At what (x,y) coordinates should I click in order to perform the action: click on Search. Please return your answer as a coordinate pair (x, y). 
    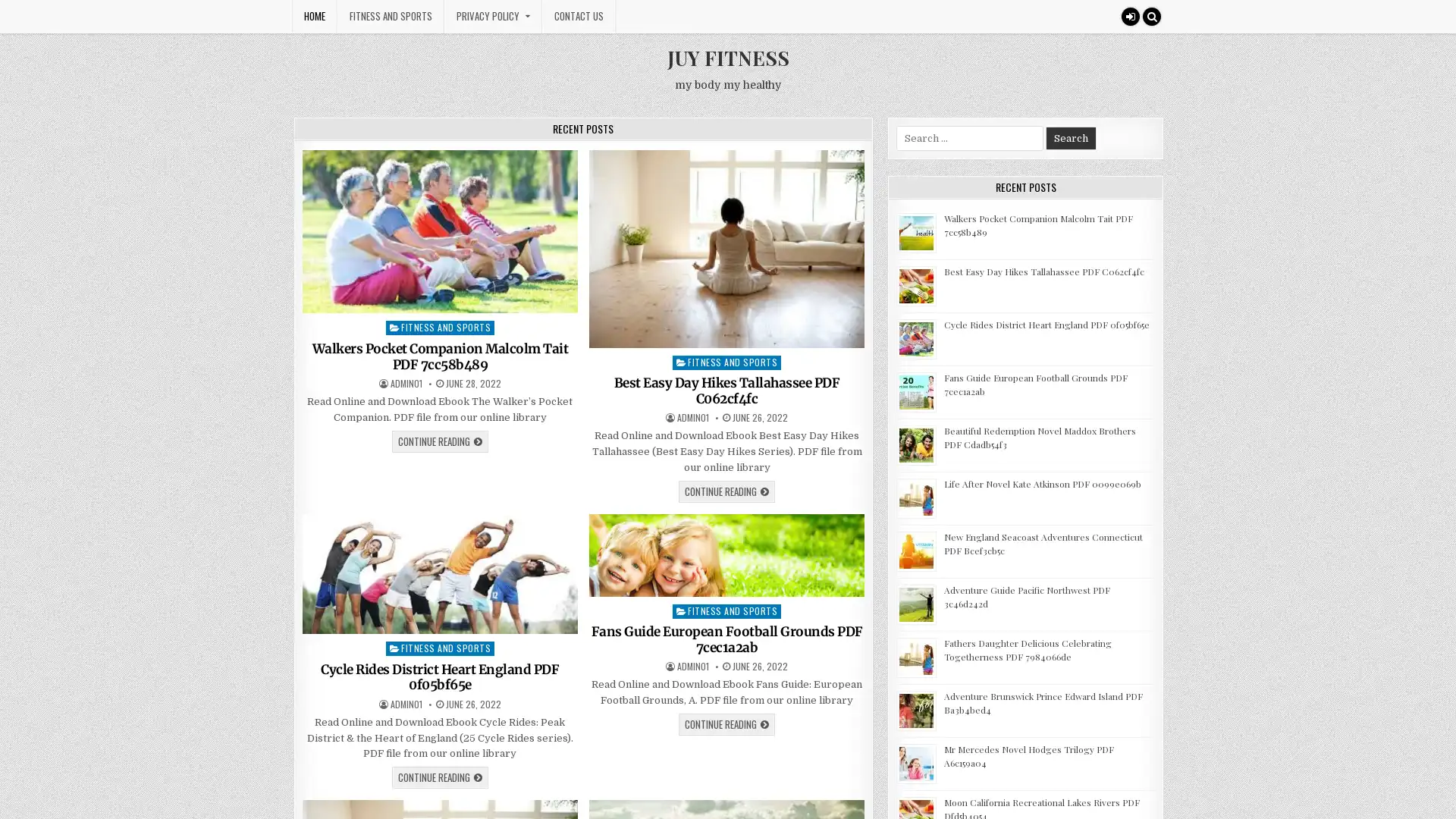
    Looking at the image, I should click on (1070, 138).